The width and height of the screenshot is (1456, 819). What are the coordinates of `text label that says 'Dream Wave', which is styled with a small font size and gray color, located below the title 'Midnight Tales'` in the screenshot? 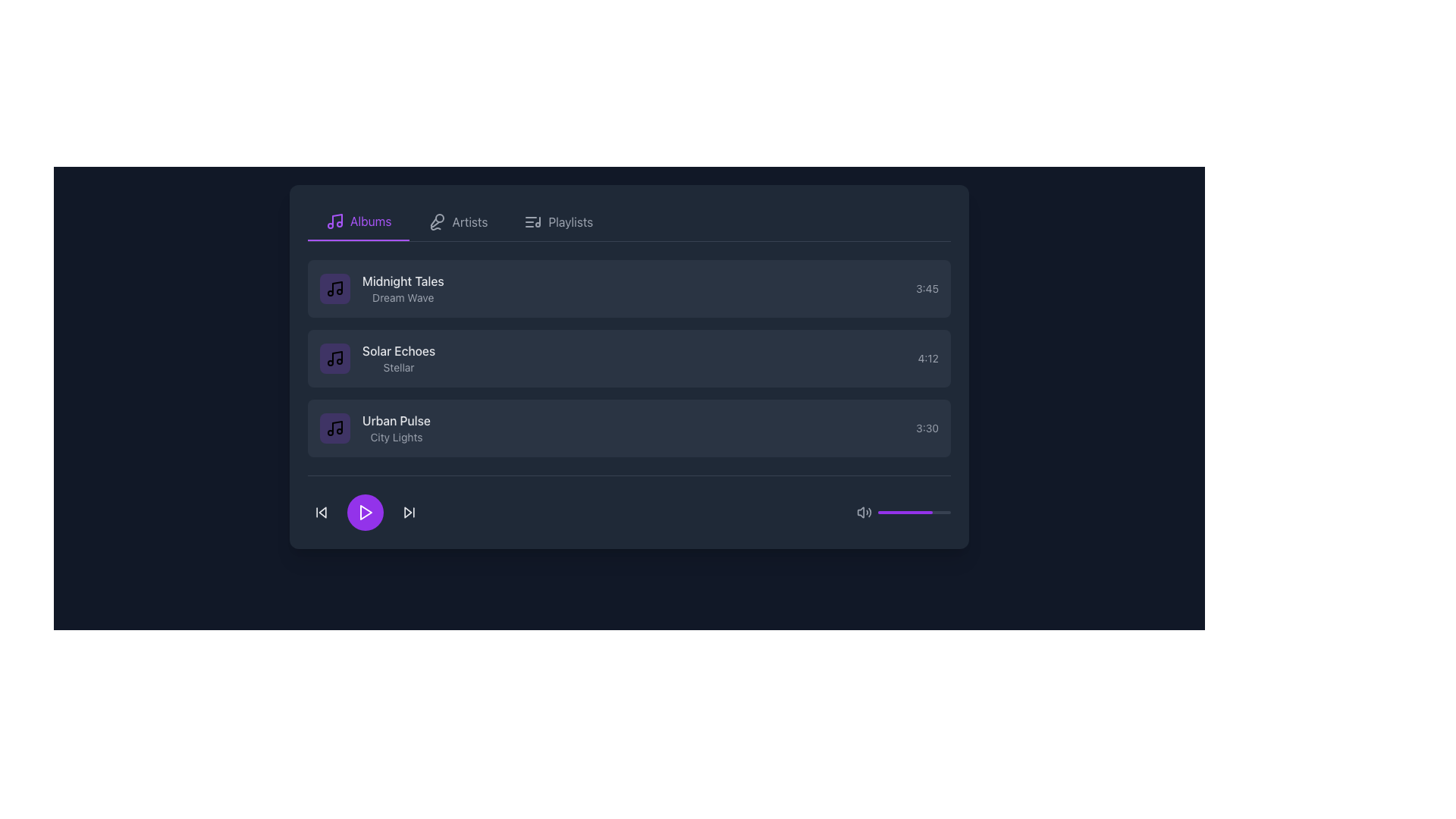 It's located at (403, 298).